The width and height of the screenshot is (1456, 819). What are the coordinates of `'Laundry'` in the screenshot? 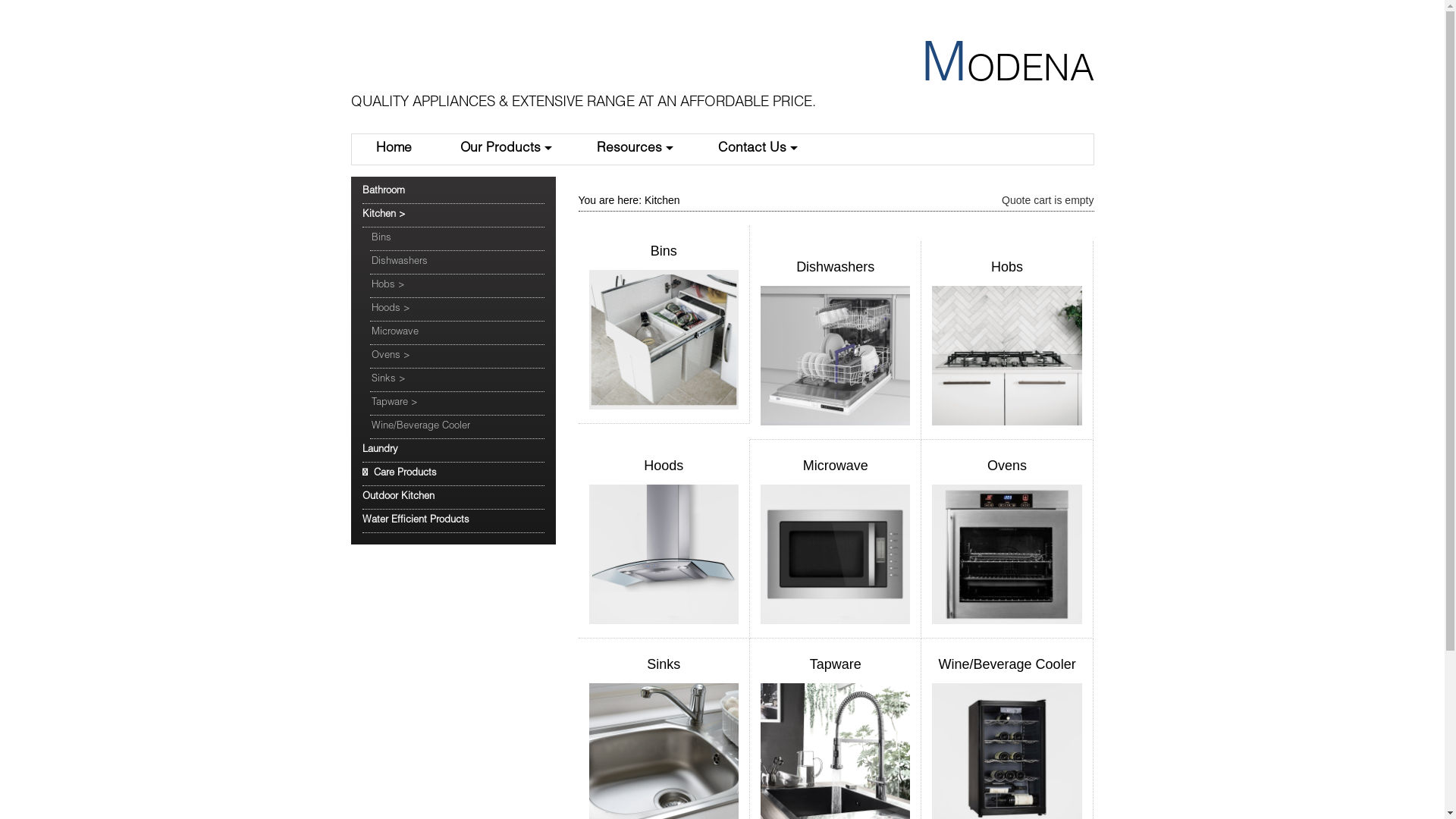 It's located at (453, 450).